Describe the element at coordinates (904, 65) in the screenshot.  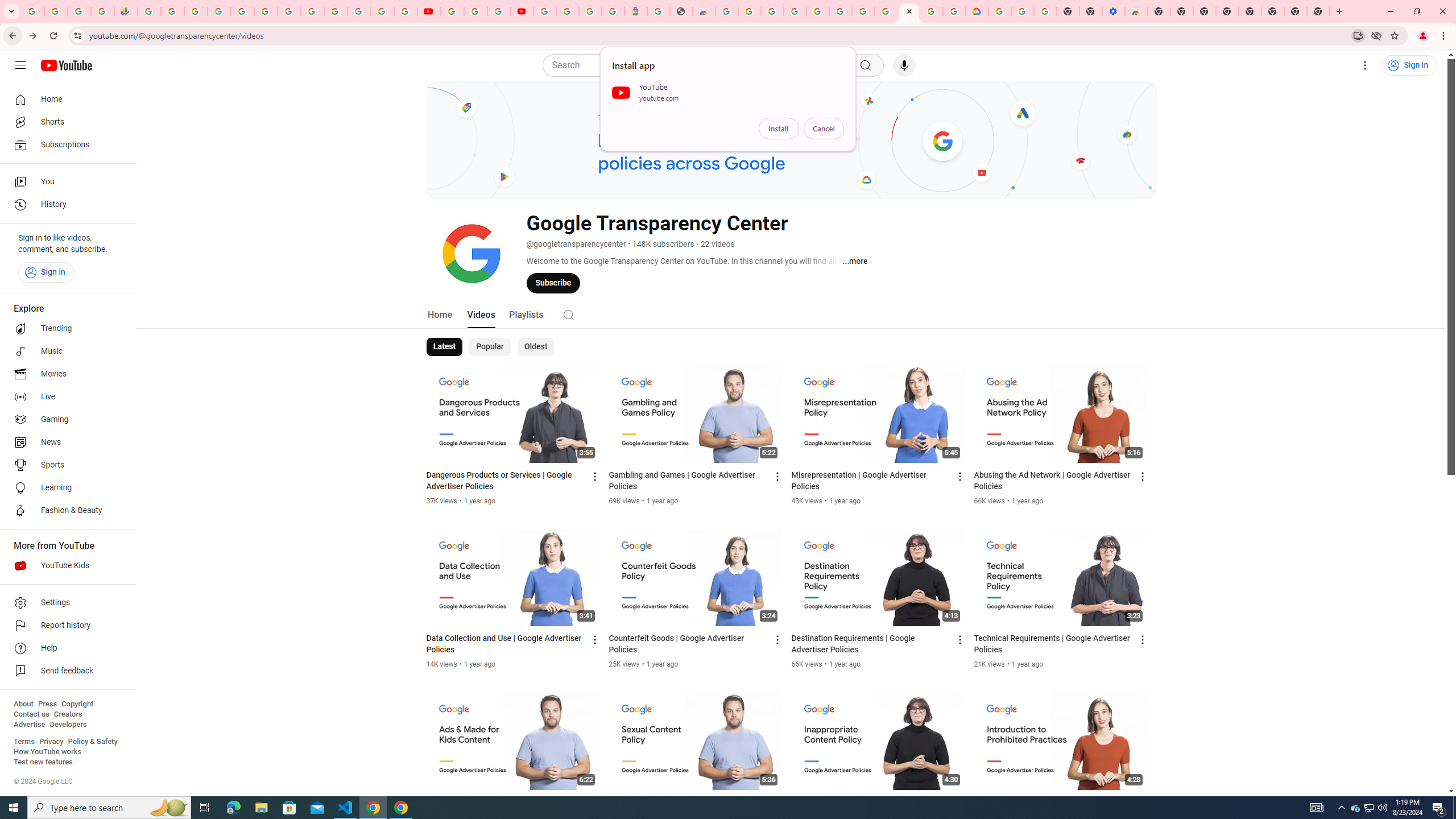
I see `'Search with your voice'` at that location.